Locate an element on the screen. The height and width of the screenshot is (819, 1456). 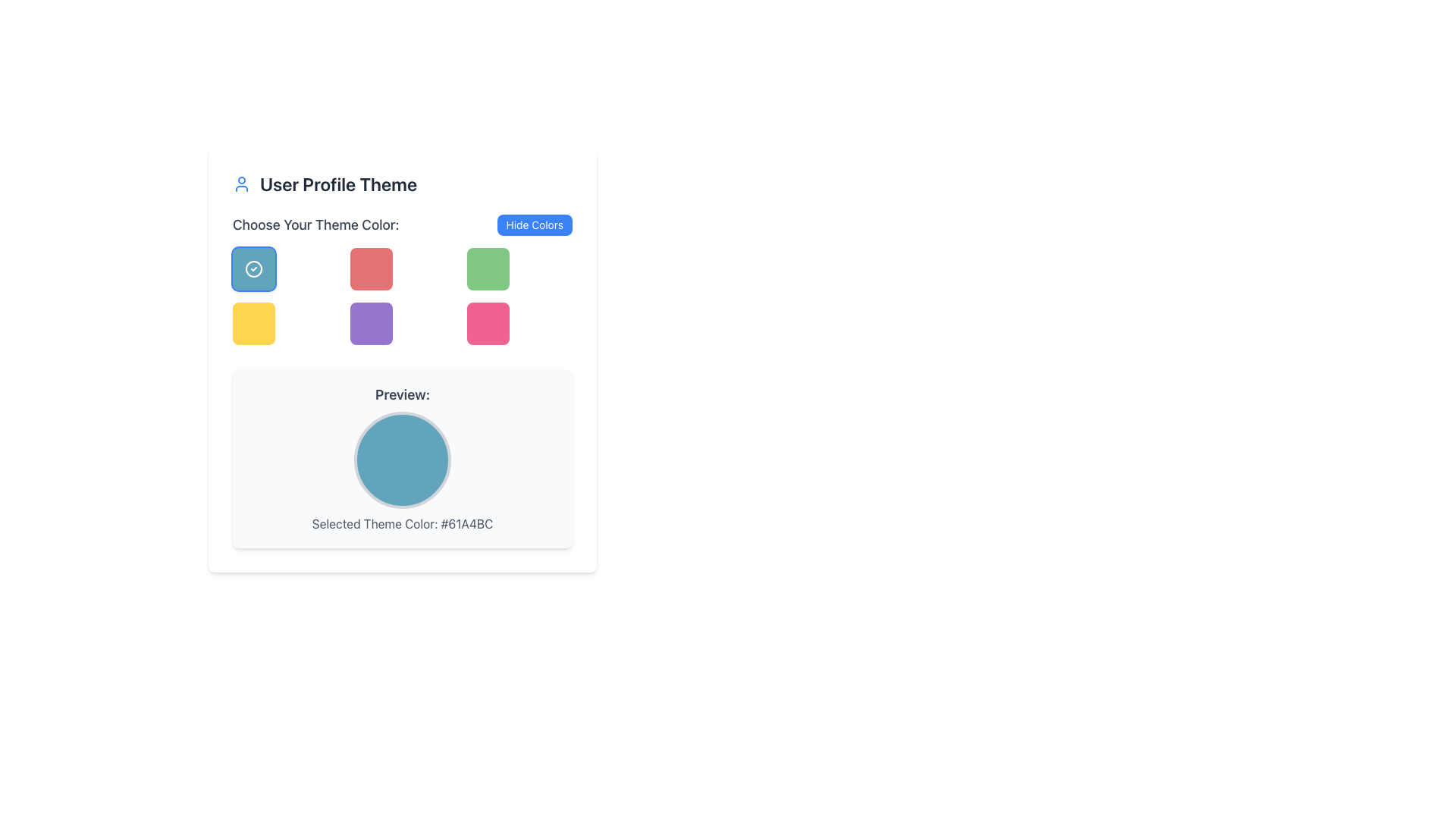
the first circle icon in the blue button on the left side of the theme color selection area is located at coordinates (254, 268).